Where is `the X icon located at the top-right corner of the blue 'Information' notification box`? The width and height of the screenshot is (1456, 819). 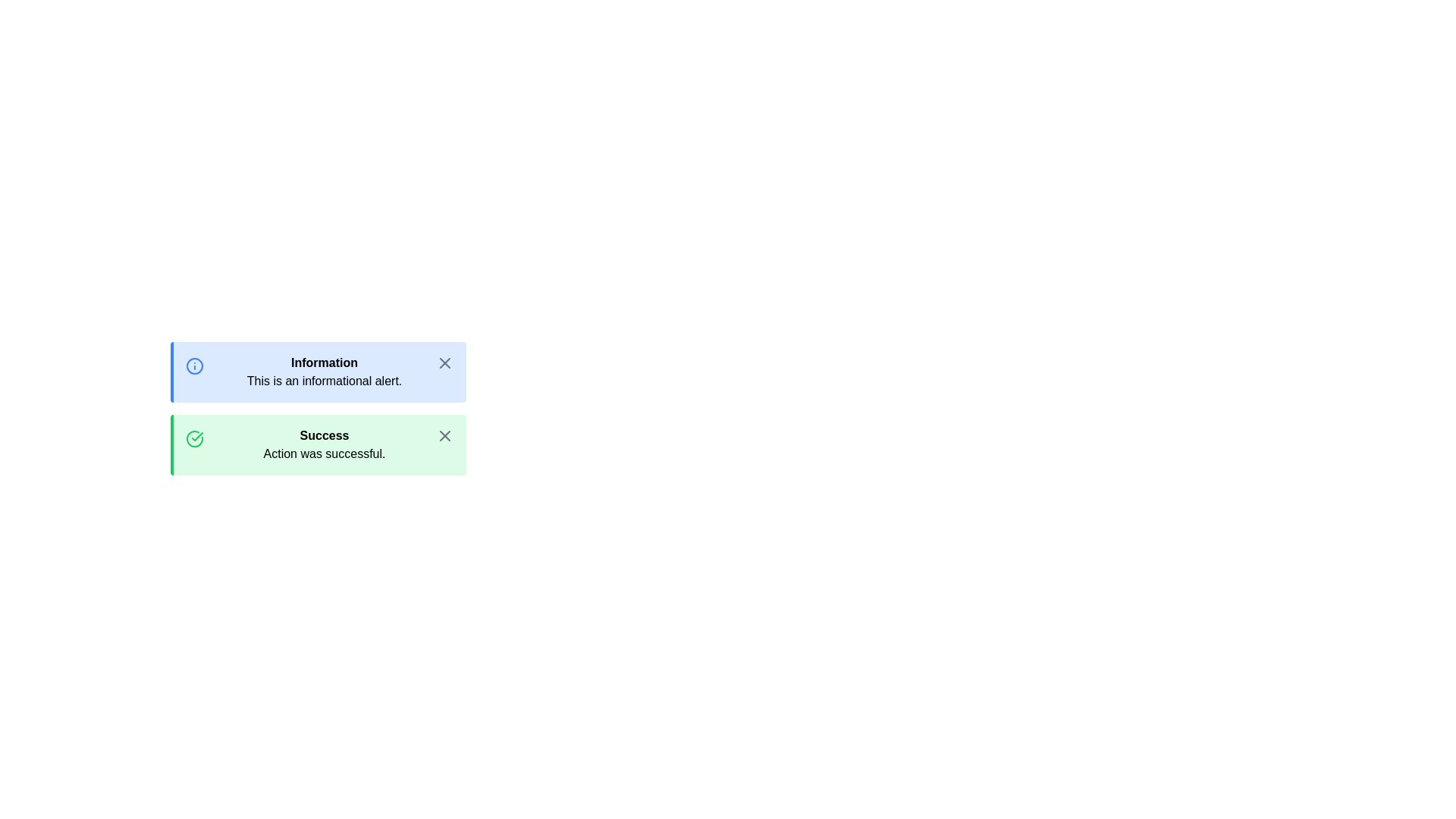 the X icon located at the top-right corner of the blue 'Information' notification box is located at coordinates (444, 362).